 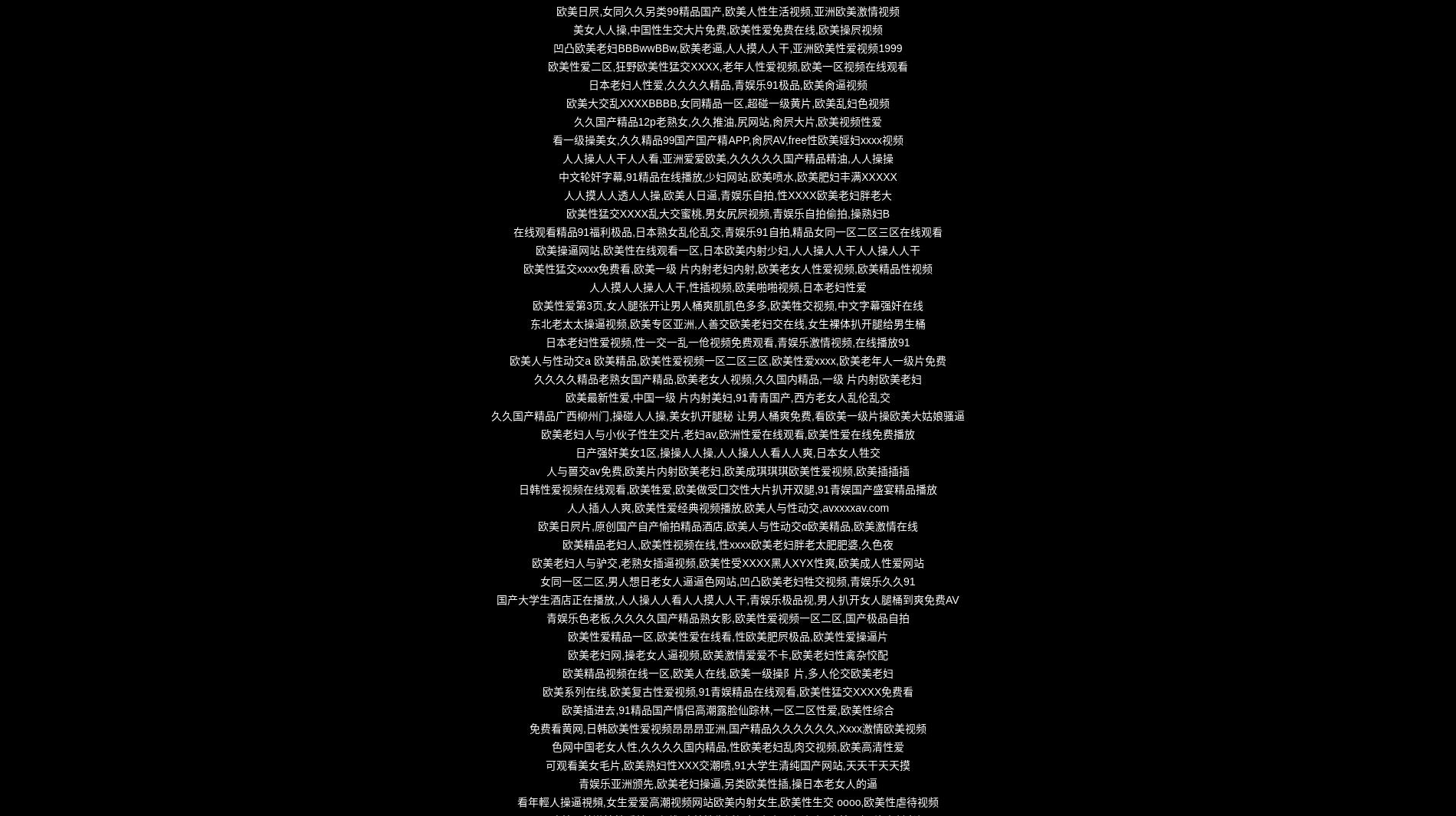 What do you see at coordinates (726, 341) in the screenshot?
I see `'日本老妇性爱视频,性一交一乱一伧视频免费观看,青娱乐激情视频,在线播放91'` at bounding box center [726, 341].